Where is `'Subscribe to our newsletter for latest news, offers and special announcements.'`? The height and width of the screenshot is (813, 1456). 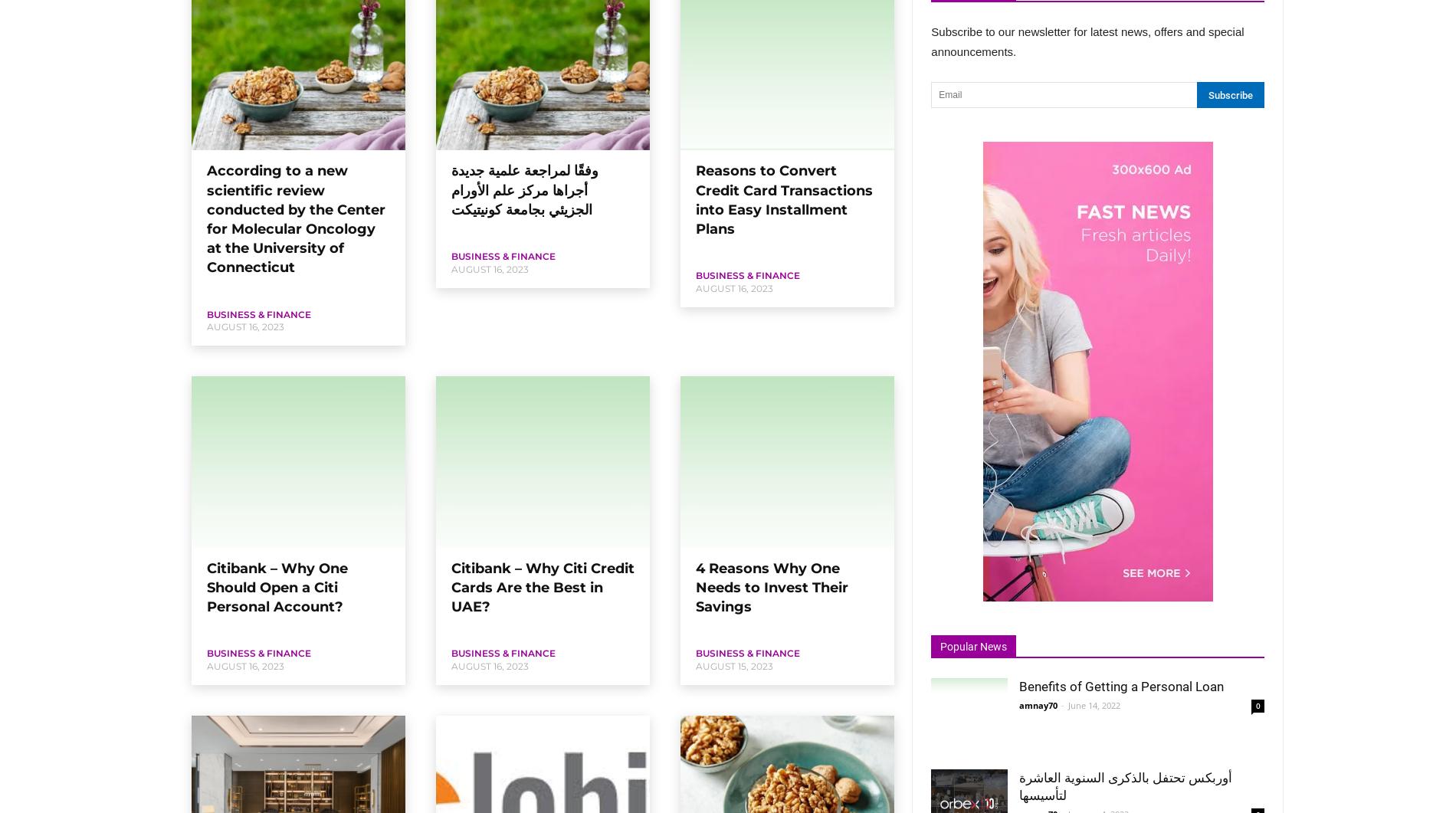
'Subscribe to our newsletter for latest news, offers and special announcements.' is located at coordinates (1086, 41).